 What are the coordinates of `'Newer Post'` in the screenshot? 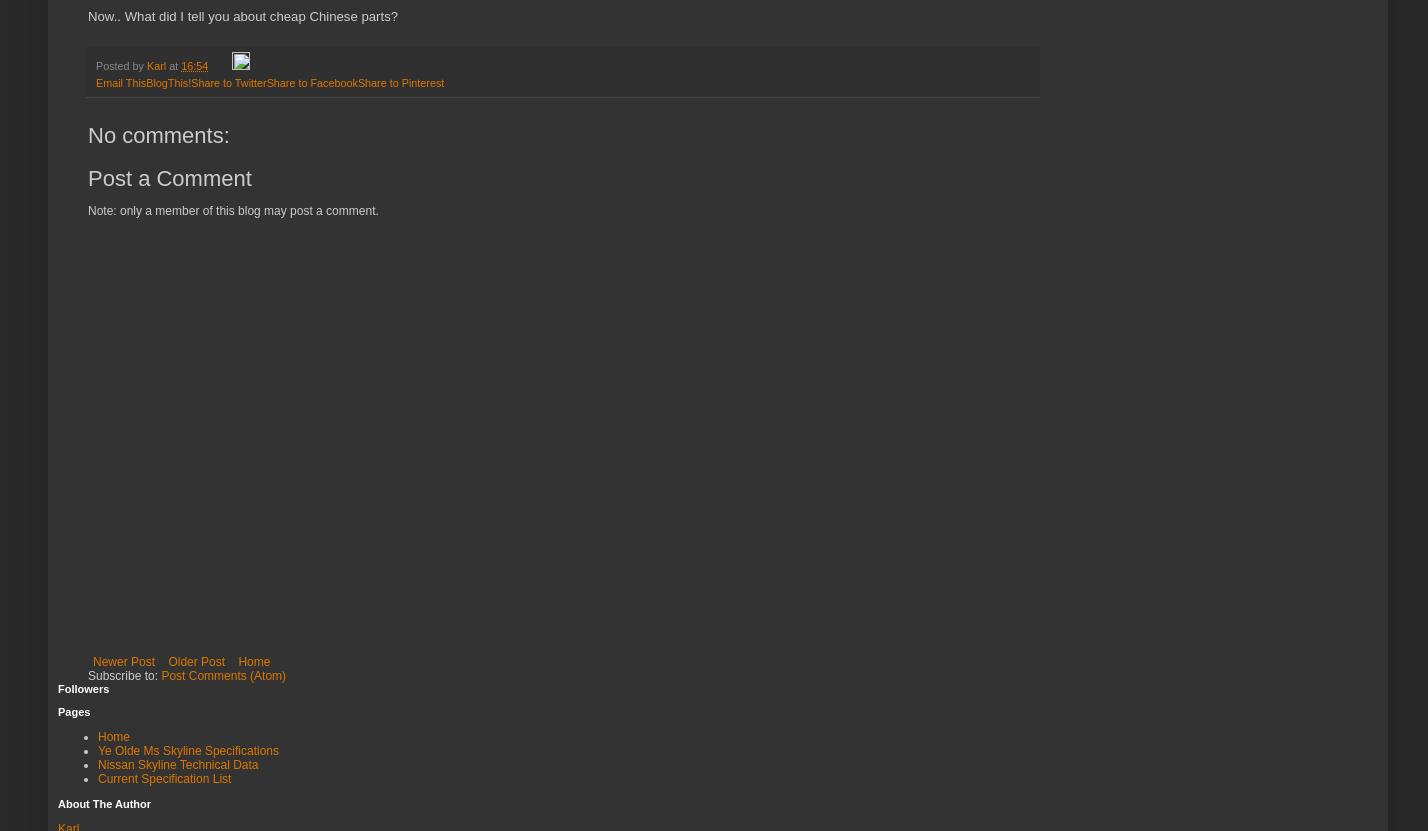 It's located at (91, 660).